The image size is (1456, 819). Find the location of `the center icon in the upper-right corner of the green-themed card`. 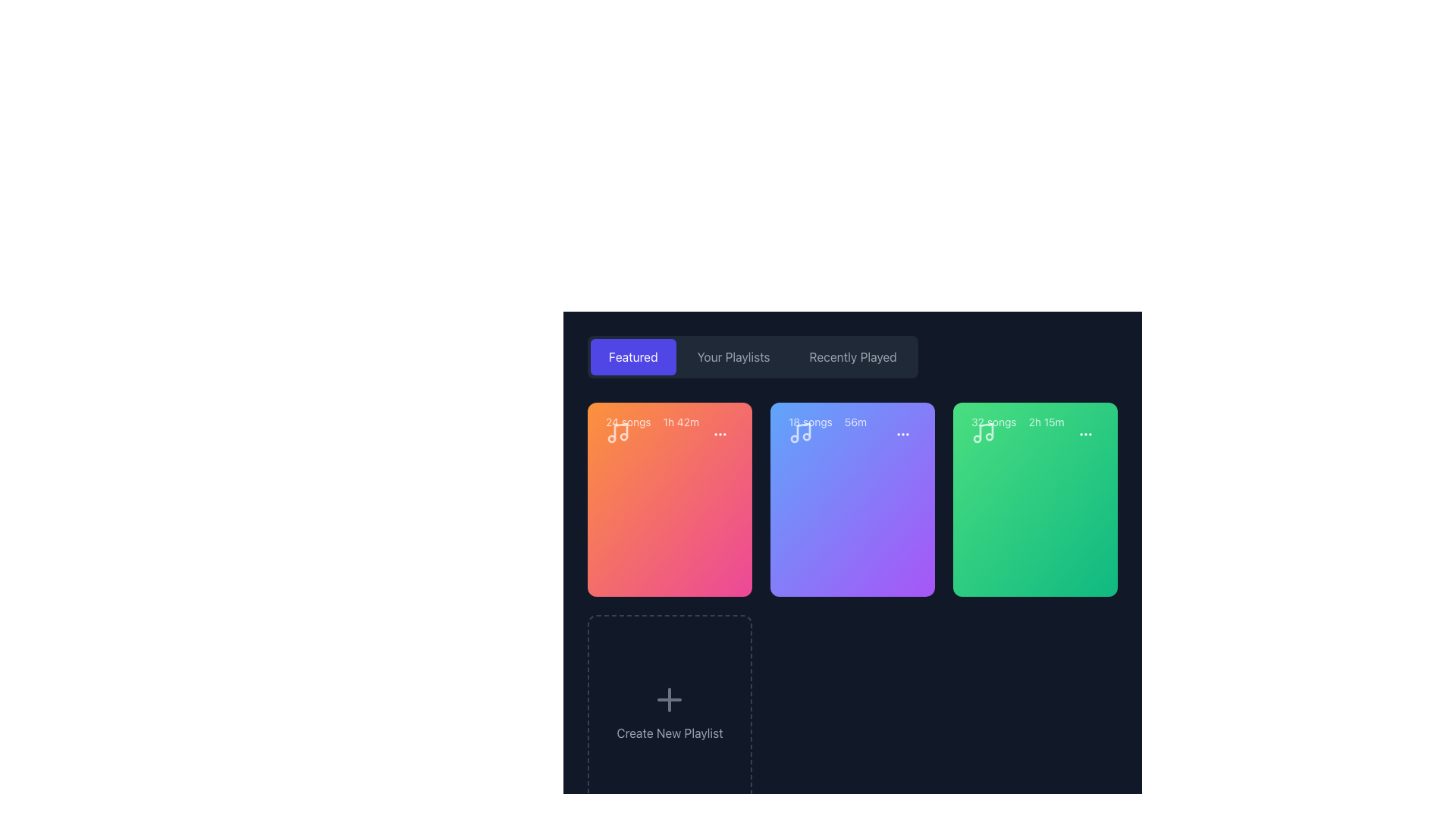

the center icon in the upper-right corner of the green-themed card is located at coordinates (1084, 435).